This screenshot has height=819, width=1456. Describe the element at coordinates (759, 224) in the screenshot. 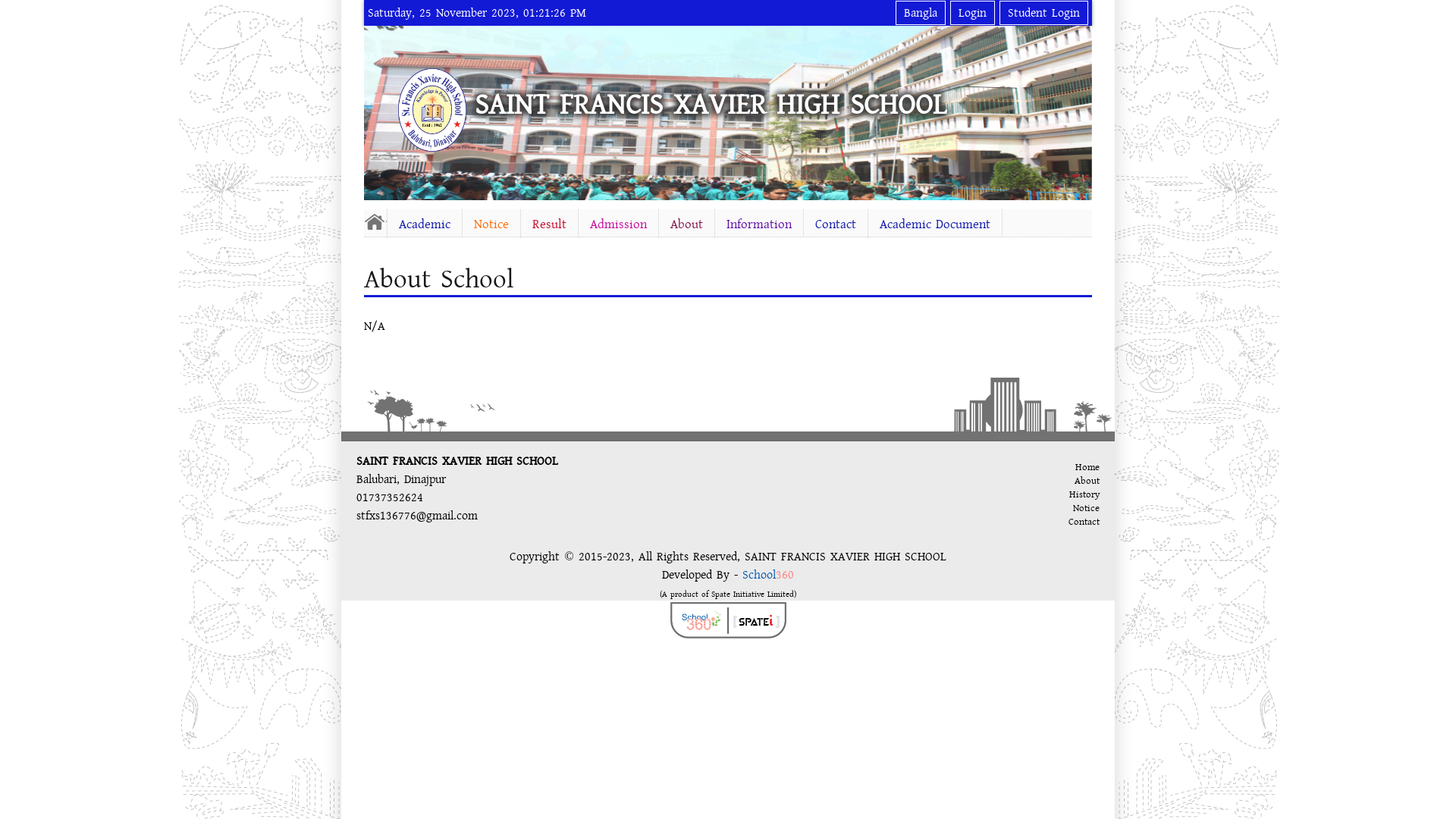

I see `'Information'` at that location.